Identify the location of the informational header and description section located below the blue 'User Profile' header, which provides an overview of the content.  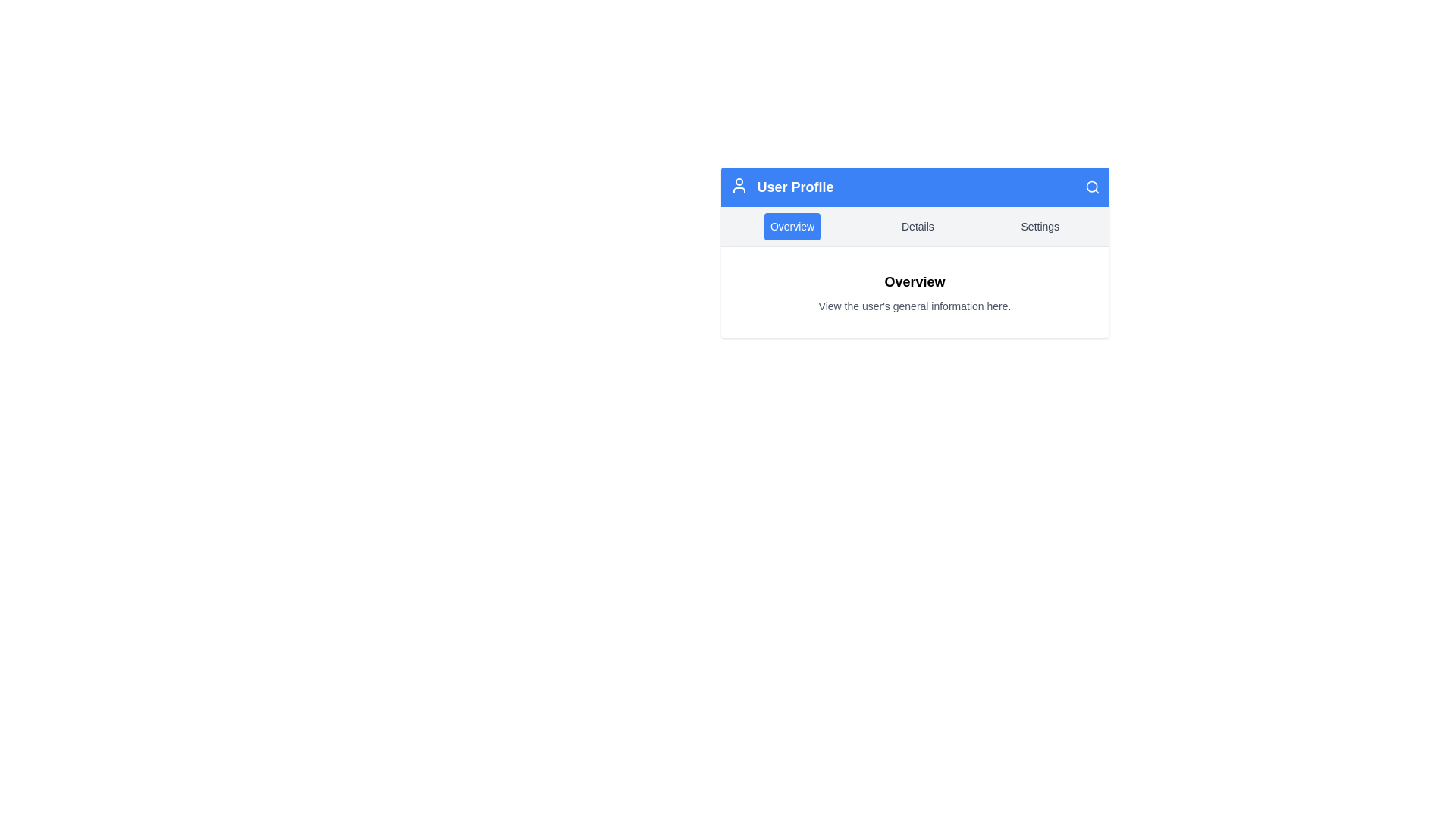
(914, 292).